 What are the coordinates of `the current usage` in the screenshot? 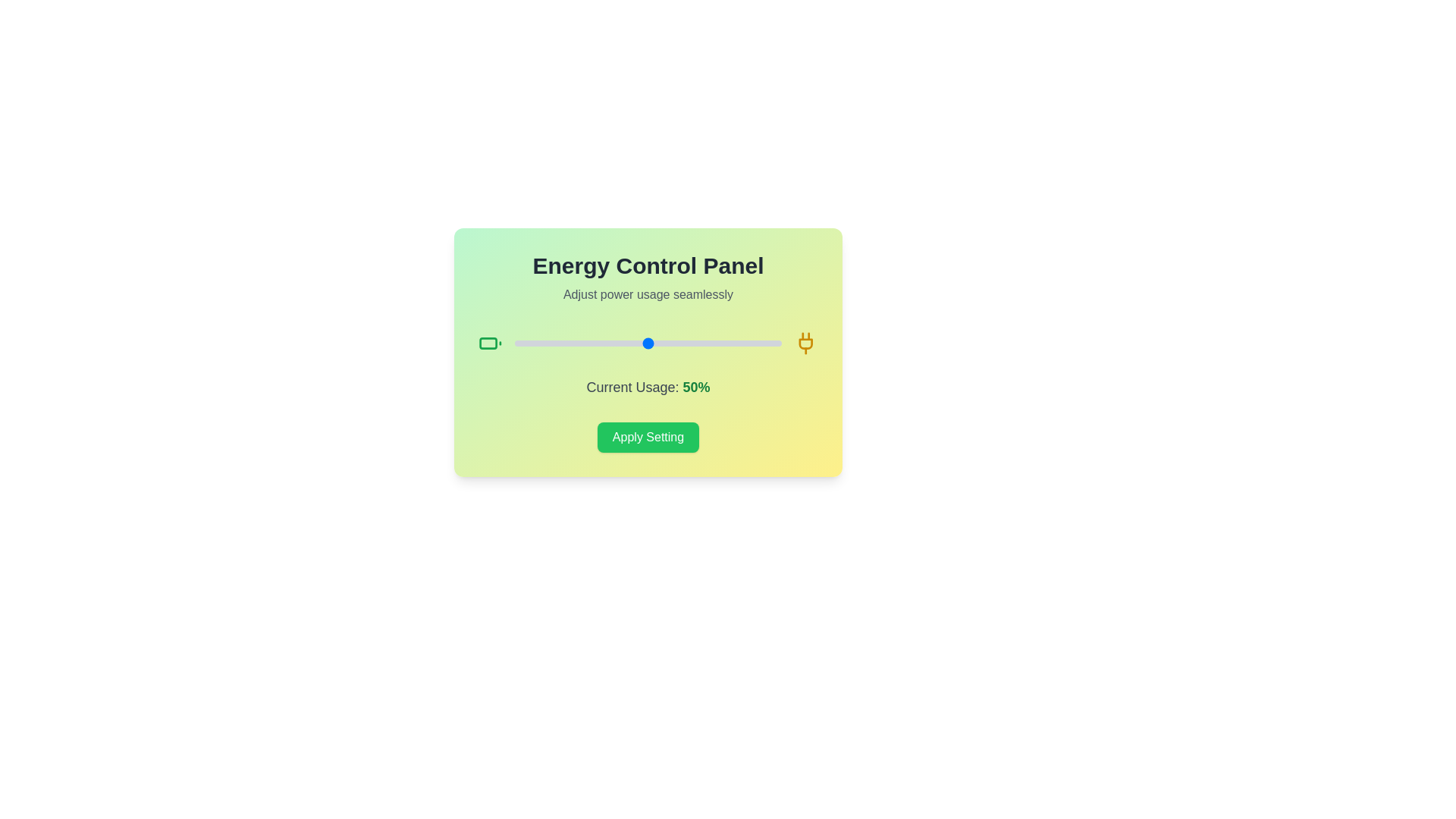 It's located at (596, 343).